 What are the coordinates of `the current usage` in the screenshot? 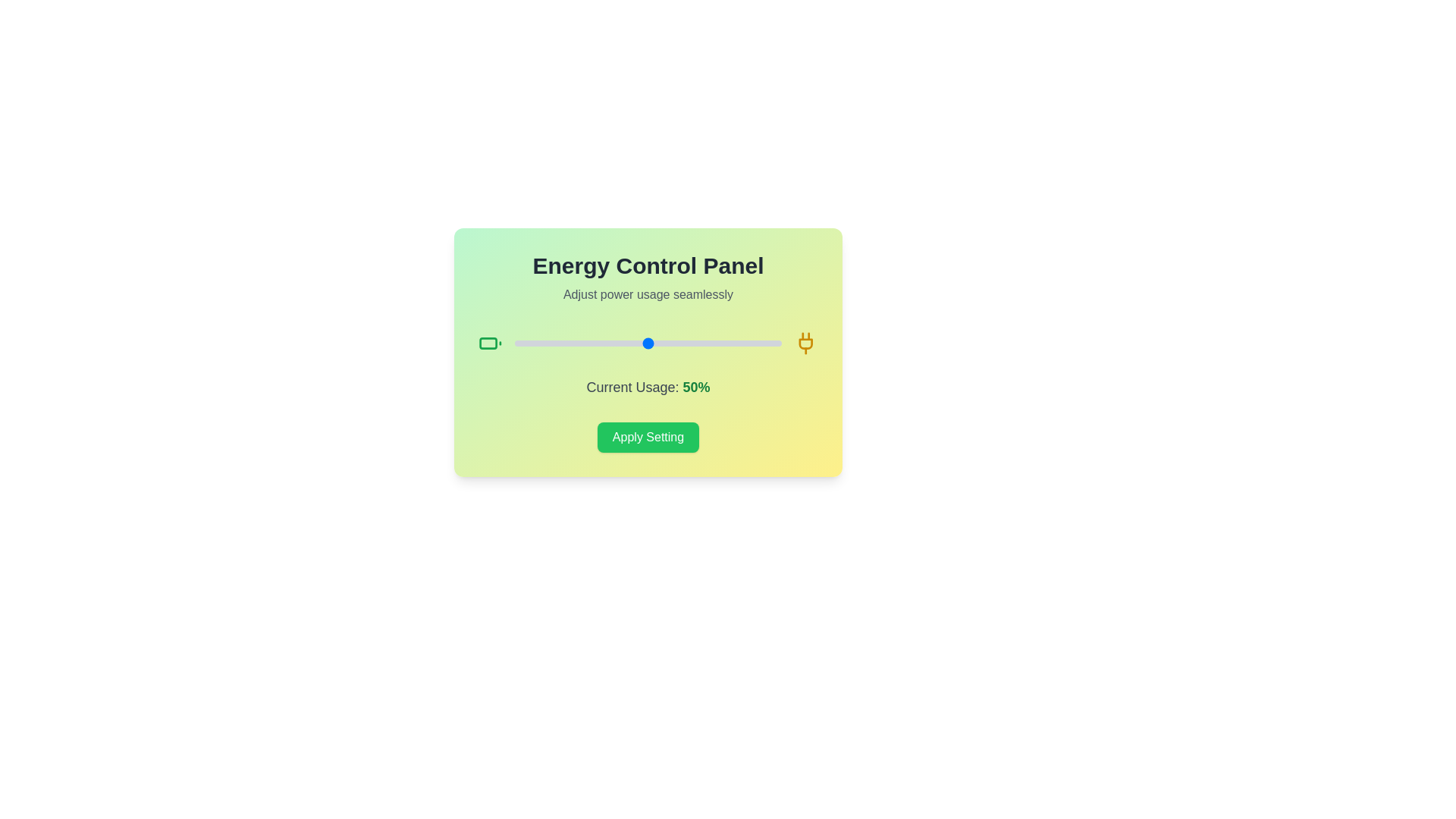 It's located at (596, 343).